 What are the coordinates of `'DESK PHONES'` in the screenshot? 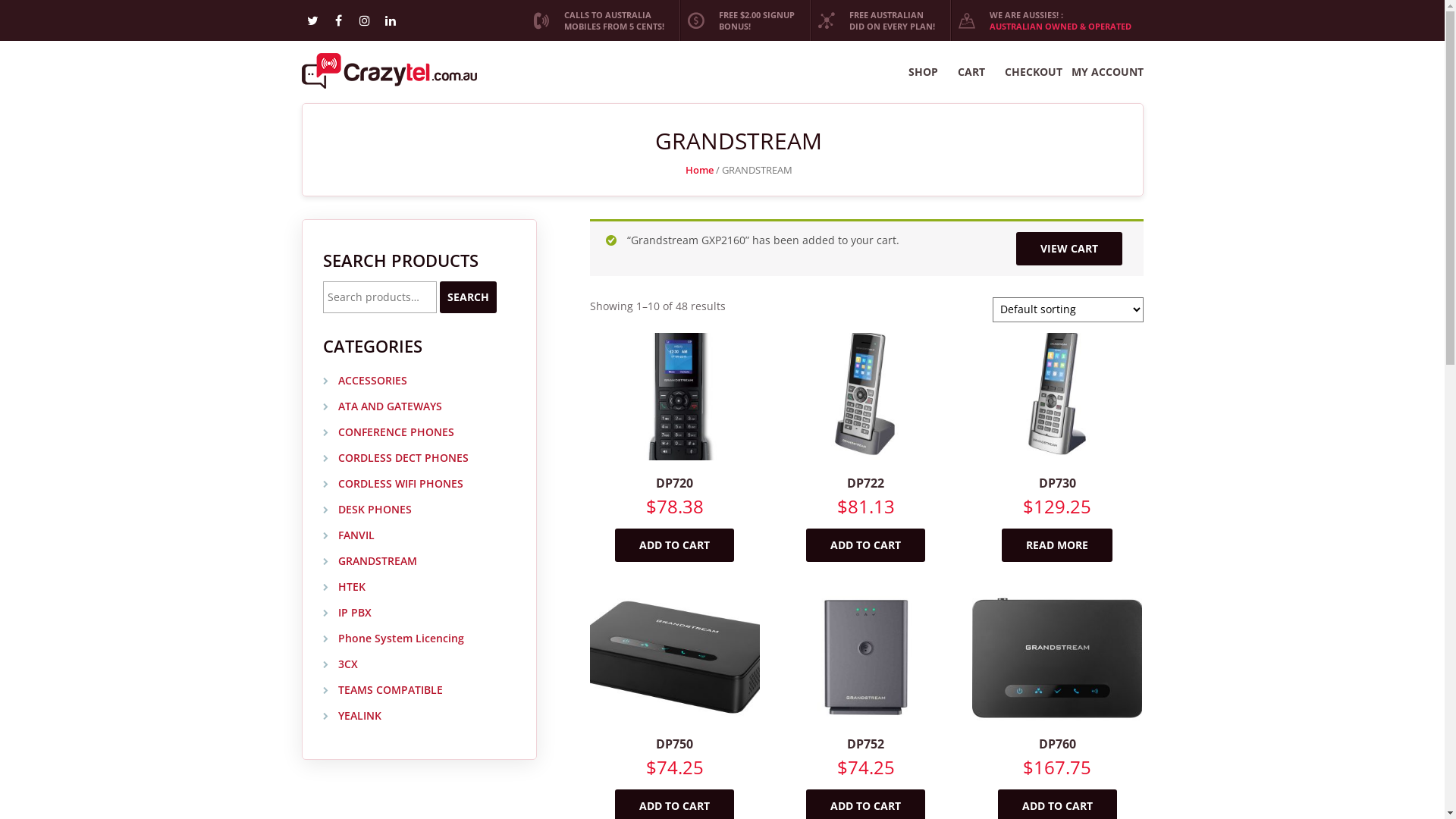 It's located at (367, 510).